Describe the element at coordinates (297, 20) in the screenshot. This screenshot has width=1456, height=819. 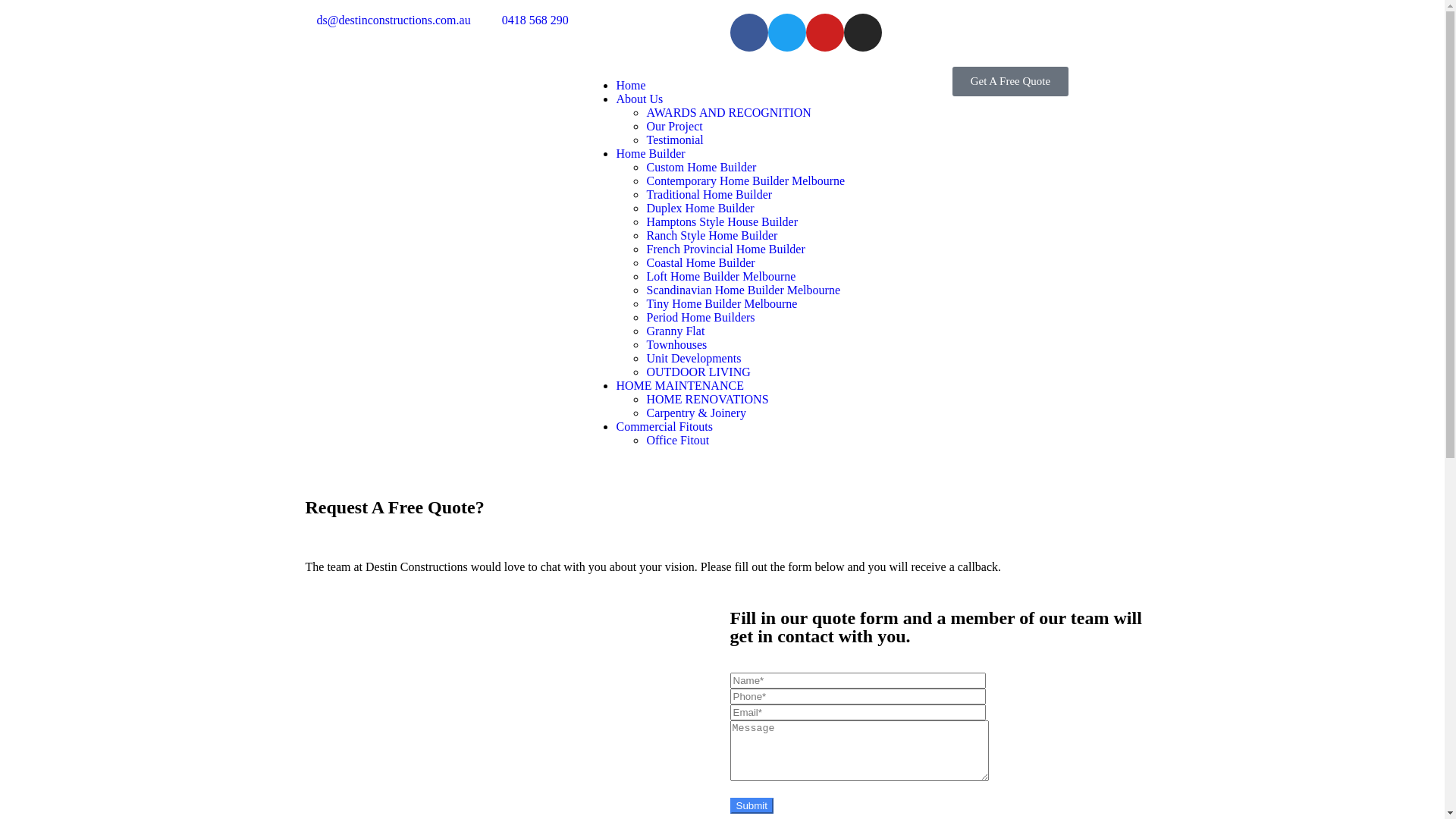
I see `'ds@destinconstructions.com.au'` at that location.